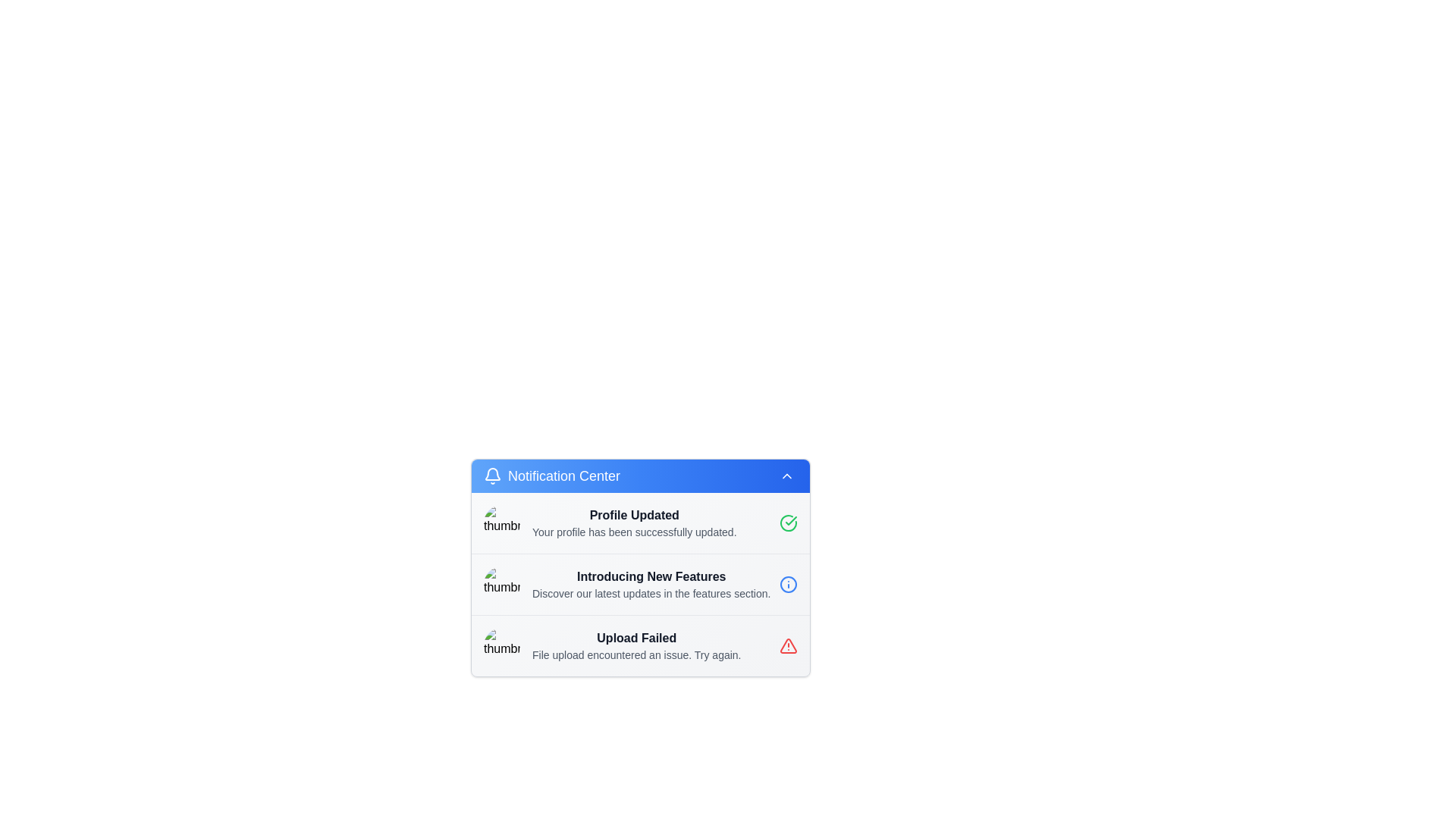  Describe the element at coordinates (634, 532) in the screenshot. I see `text label stating 'Your profile has been successfully updated.' located below the 'Profile Updated' heading in the 'Notification Center.'` at that location.